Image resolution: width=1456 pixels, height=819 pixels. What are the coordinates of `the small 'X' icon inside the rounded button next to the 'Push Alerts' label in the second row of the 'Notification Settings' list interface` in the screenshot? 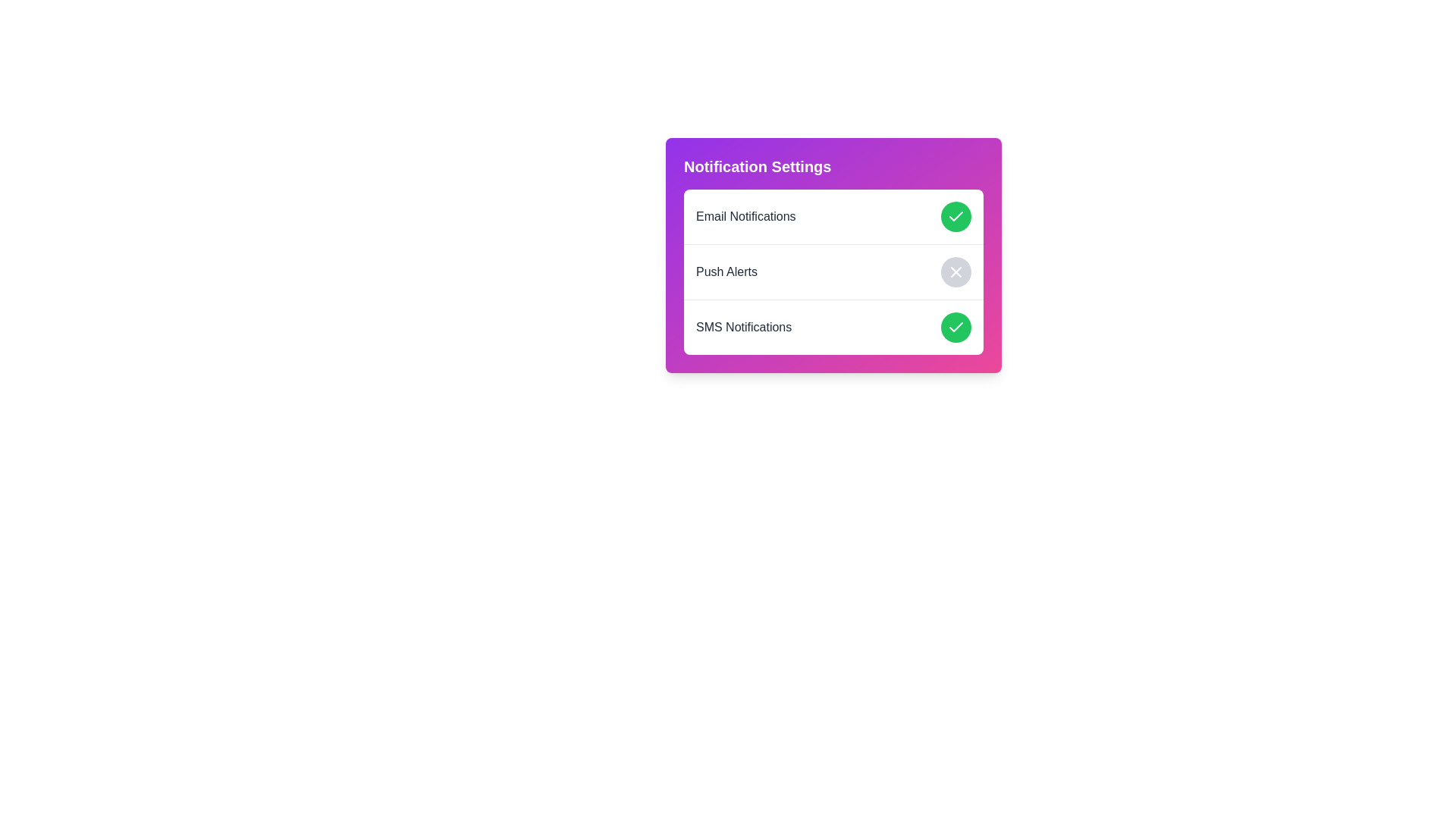 It's located at (955, 271).